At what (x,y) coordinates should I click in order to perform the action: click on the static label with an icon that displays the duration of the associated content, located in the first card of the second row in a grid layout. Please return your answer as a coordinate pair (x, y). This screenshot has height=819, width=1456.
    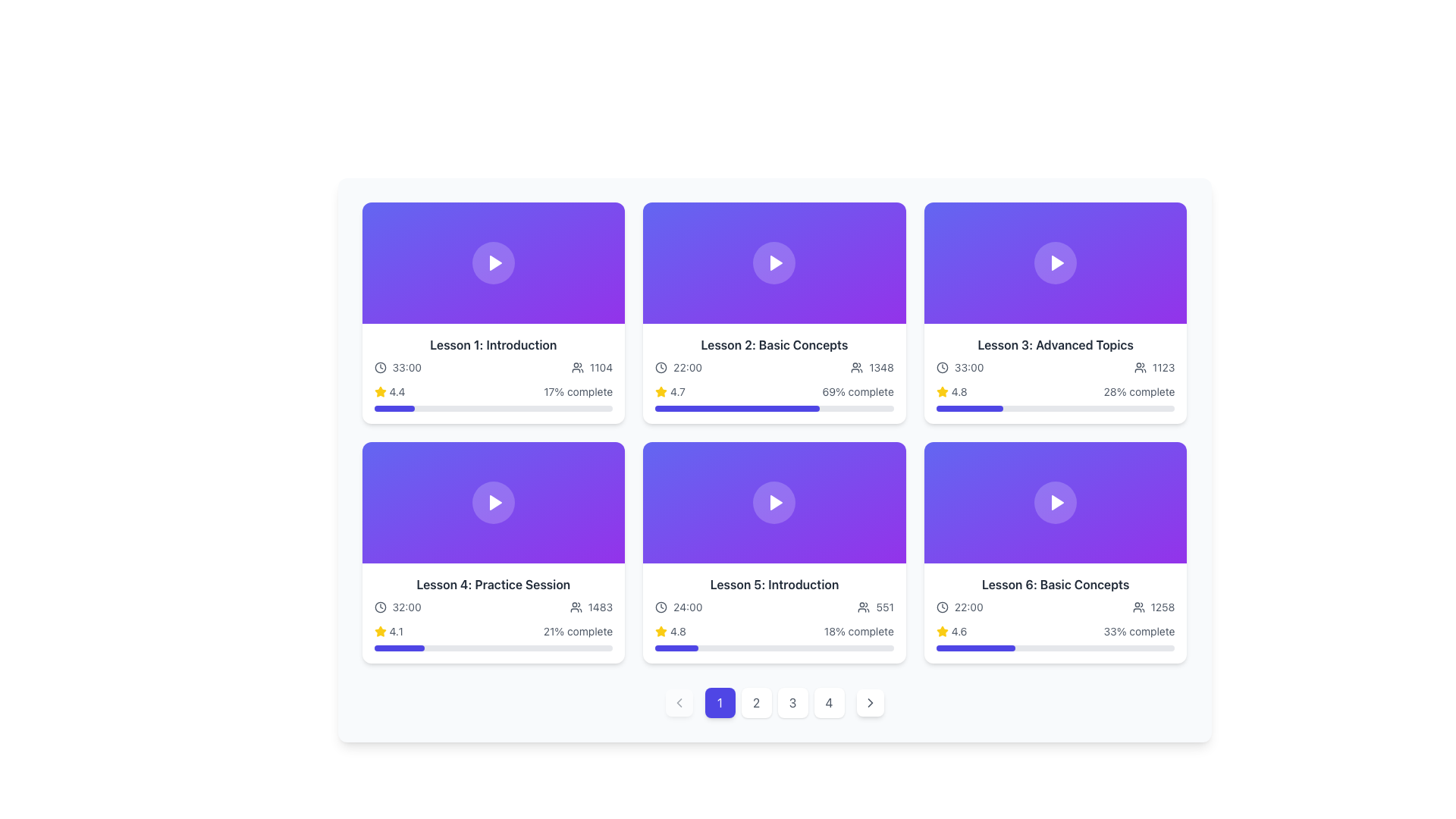
    Looking at the image, I should click on (397, 368).